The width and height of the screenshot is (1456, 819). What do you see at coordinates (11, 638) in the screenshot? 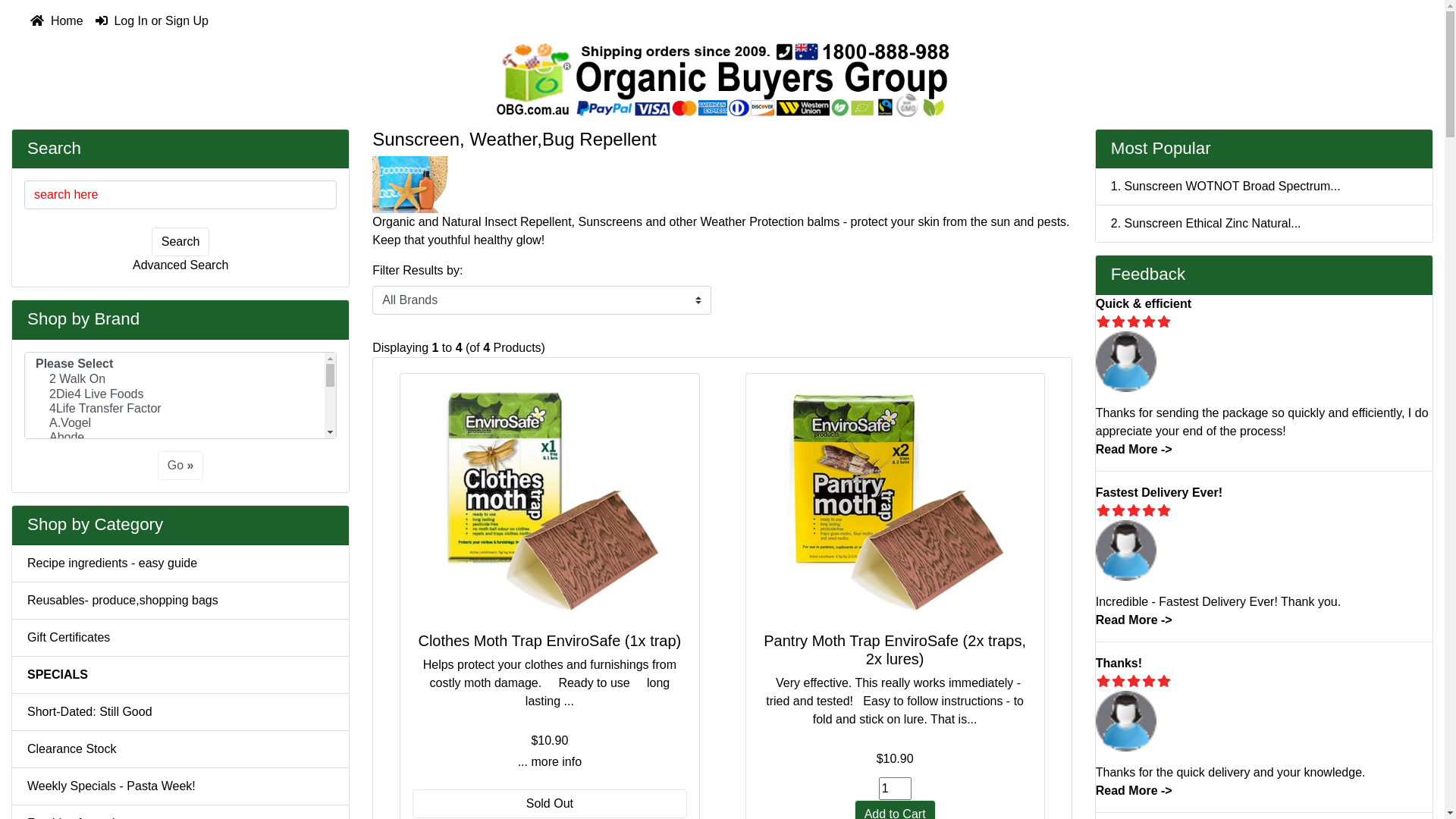
I see `'Gift Certificates'` at bounding box center [11, 638].